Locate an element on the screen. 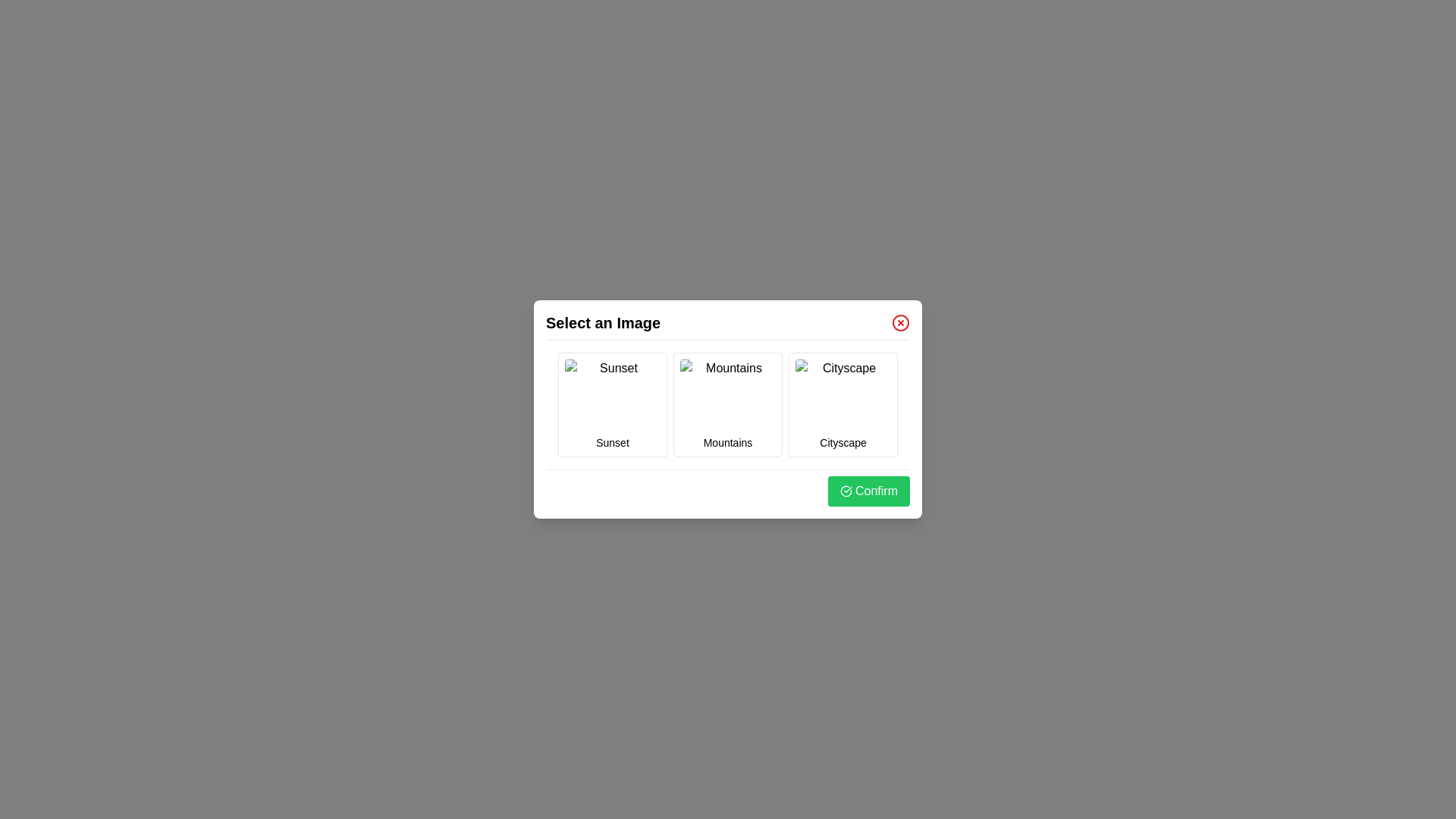 The width and height of the screenshot is (1456, 819). the confirm button to confirm the selection is located at coordinates (869, 491).